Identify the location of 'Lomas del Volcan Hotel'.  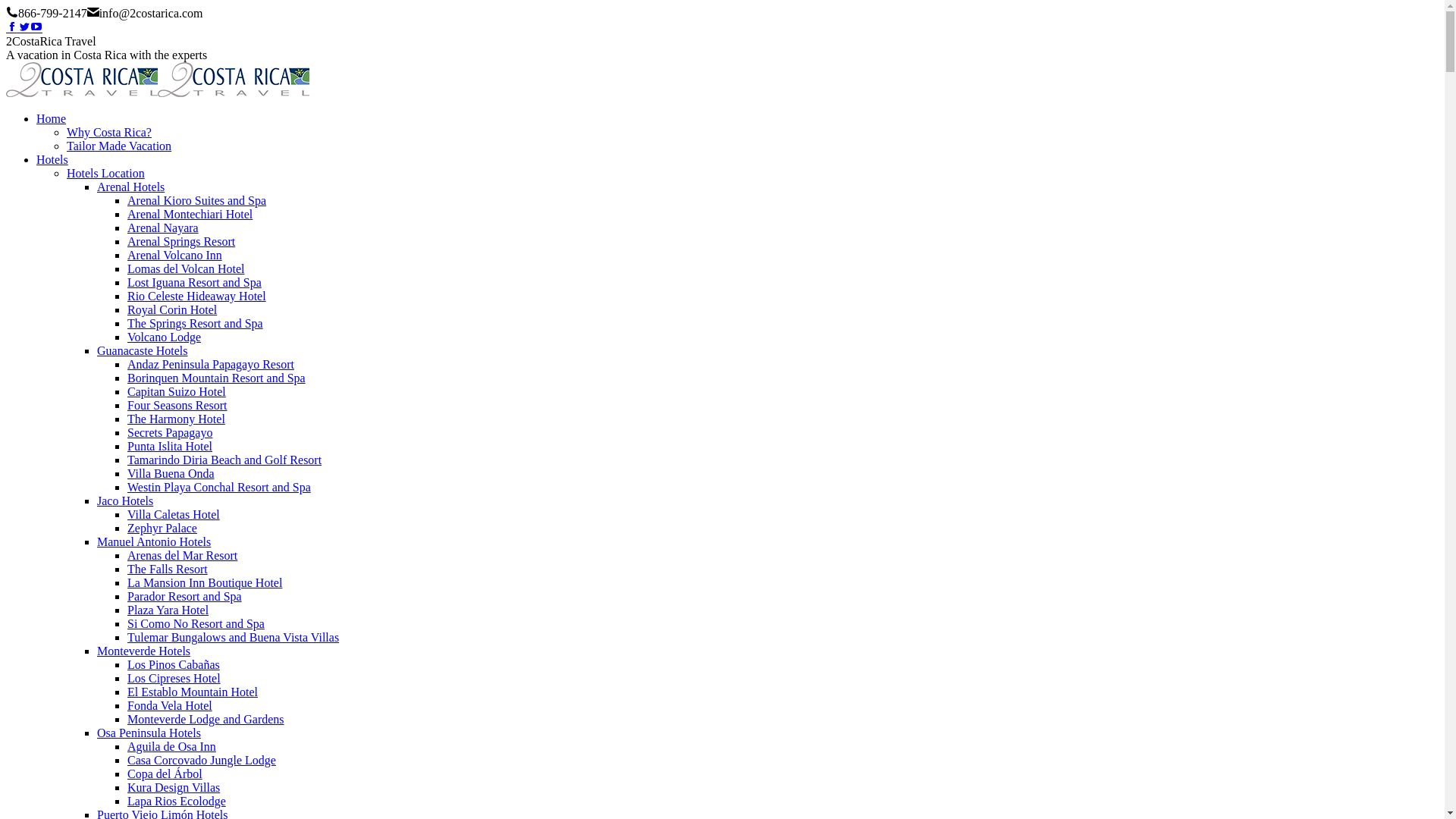
(185, 268).